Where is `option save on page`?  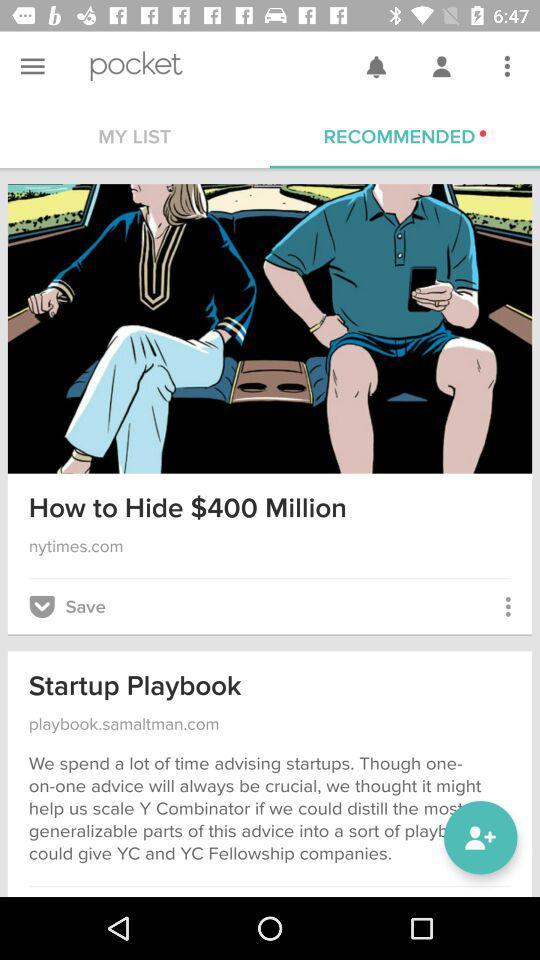 option save on page is located at coordinates (67, 606).